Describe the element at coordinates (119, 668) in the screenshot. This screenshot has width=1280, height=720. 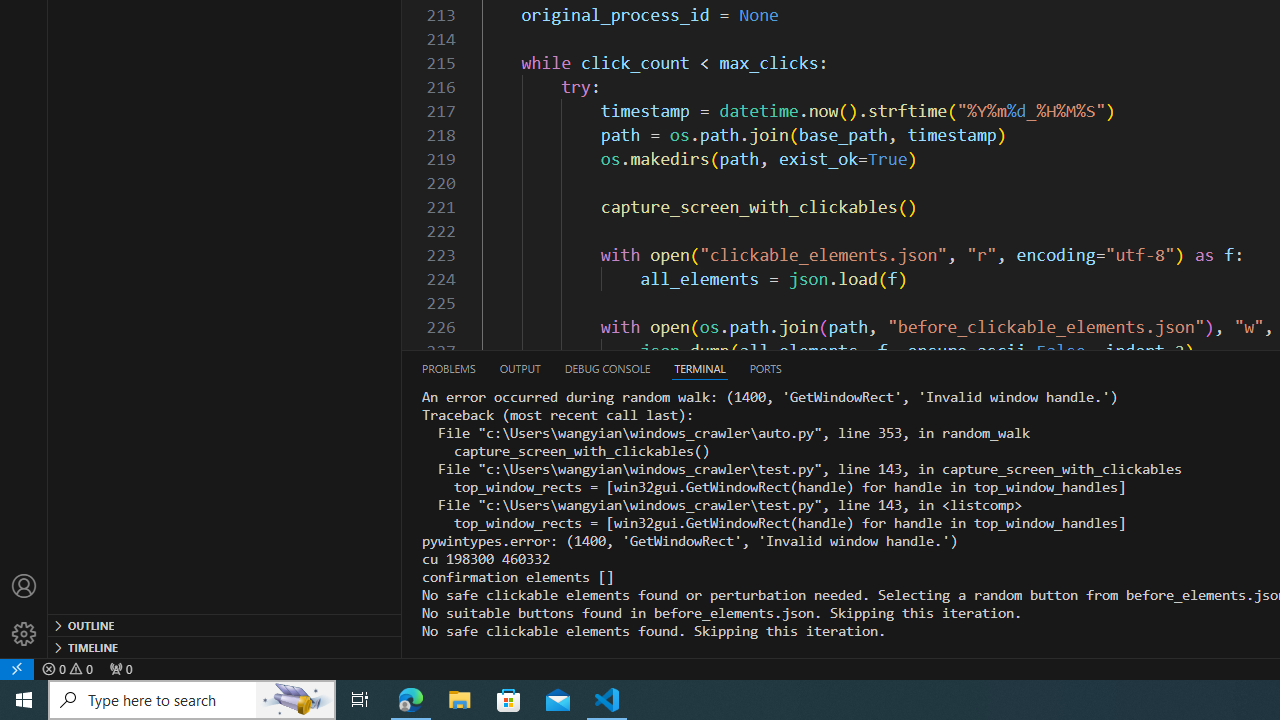
I see `'No Ports Forwarded'` at that location.